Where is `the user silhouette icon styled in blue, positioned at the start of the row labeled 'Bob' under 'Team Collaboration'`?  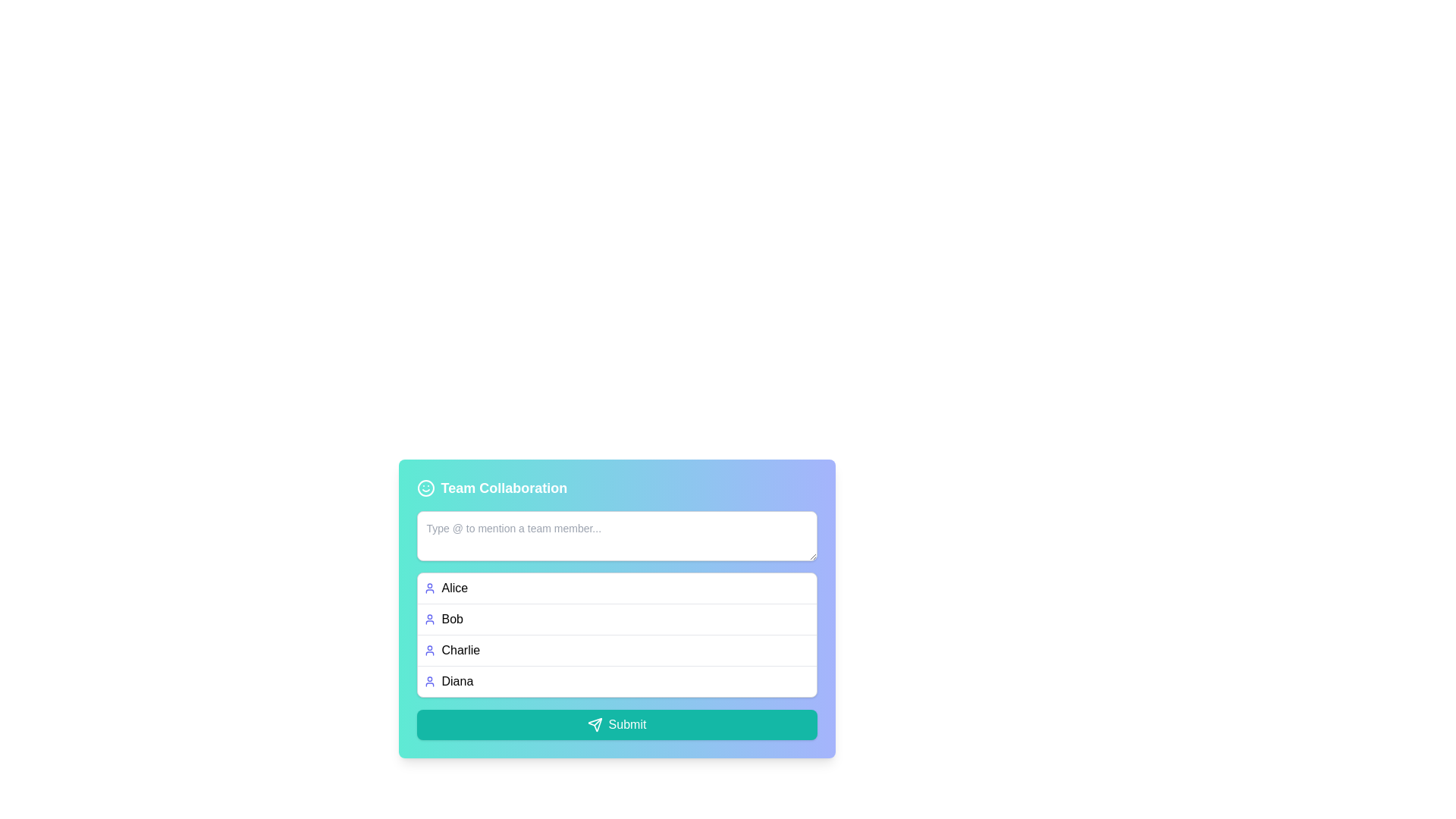
the user silhouette icon styled in blue, positioned at the start of the row labeled 'Bob' under 'Team Collaboration' is located at coordinates (428, 620).